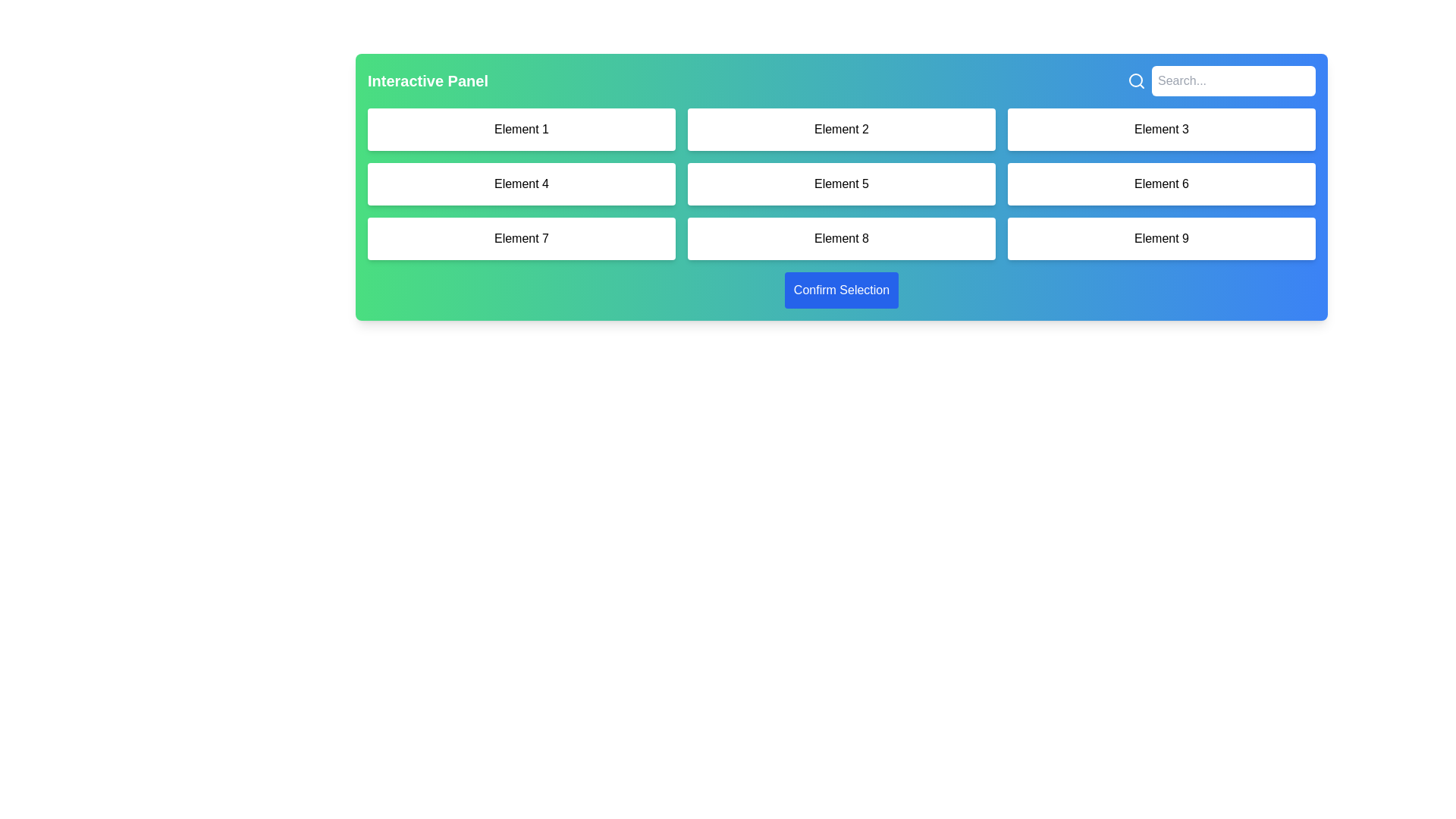 This screenshot has height=819, width=1456. What do you see at coordinates (840, 284) in the screenshot?
I see `the rectangular blue button labeled 'Confirm Selection'` at bounding box center [840, 284].